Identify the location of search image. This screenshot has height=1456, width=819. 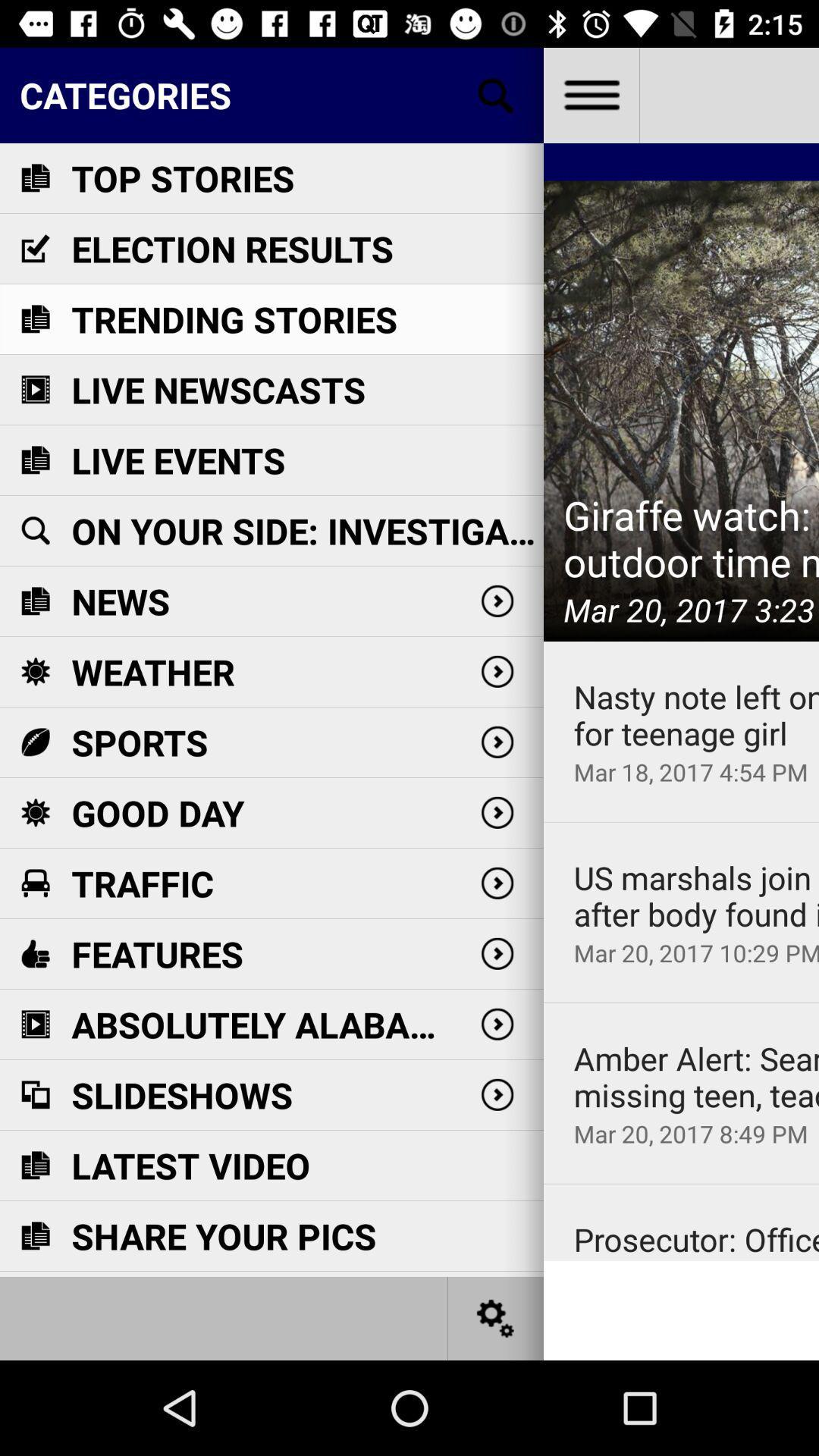
(496, 94).